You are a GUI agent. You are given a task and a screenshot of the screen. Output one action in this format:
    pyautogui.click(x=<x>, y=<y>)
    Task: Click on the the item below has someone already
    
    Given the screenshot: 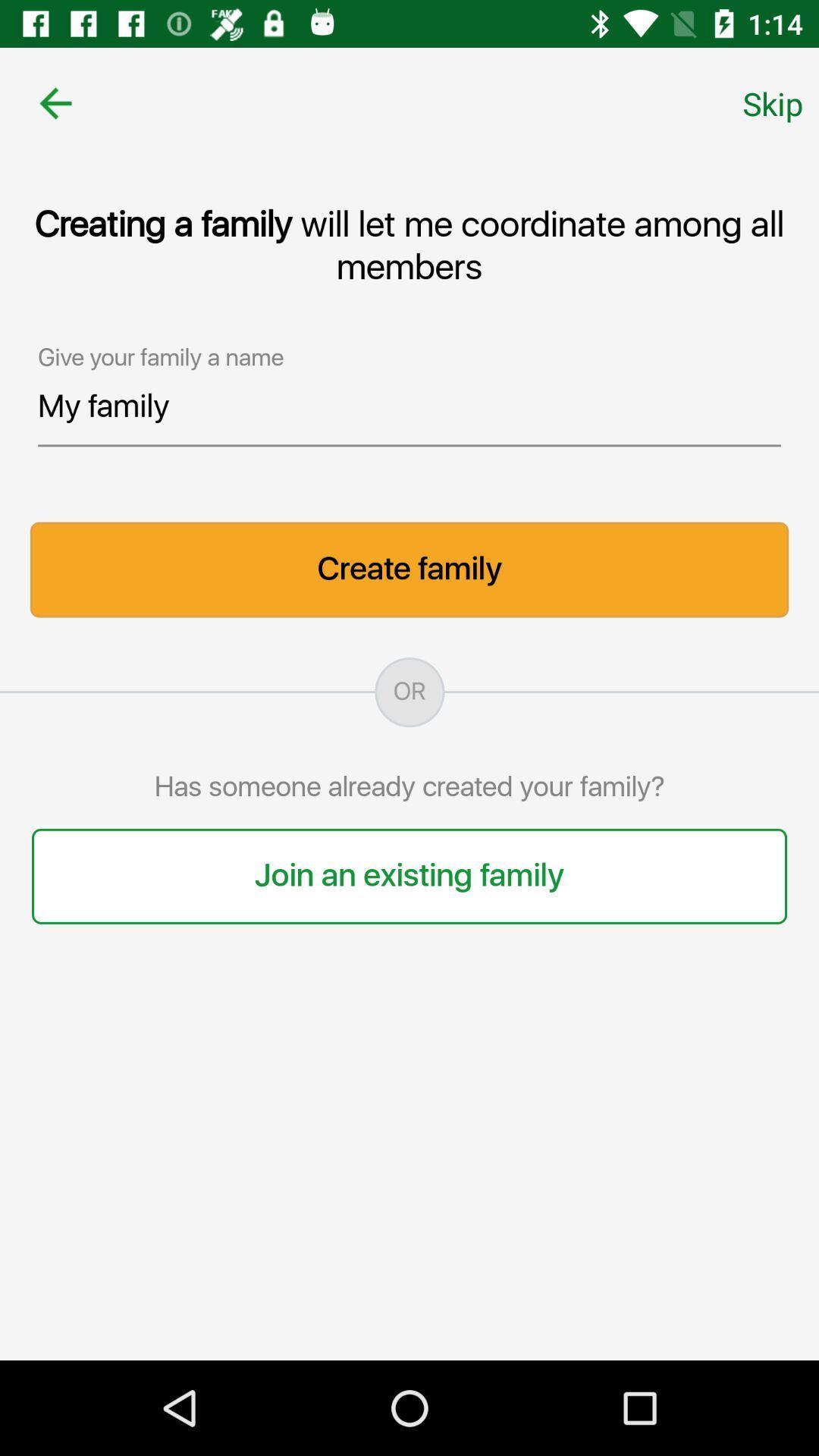 What is the action you would take?
    pyautogui.click(x=409, y=876)
    